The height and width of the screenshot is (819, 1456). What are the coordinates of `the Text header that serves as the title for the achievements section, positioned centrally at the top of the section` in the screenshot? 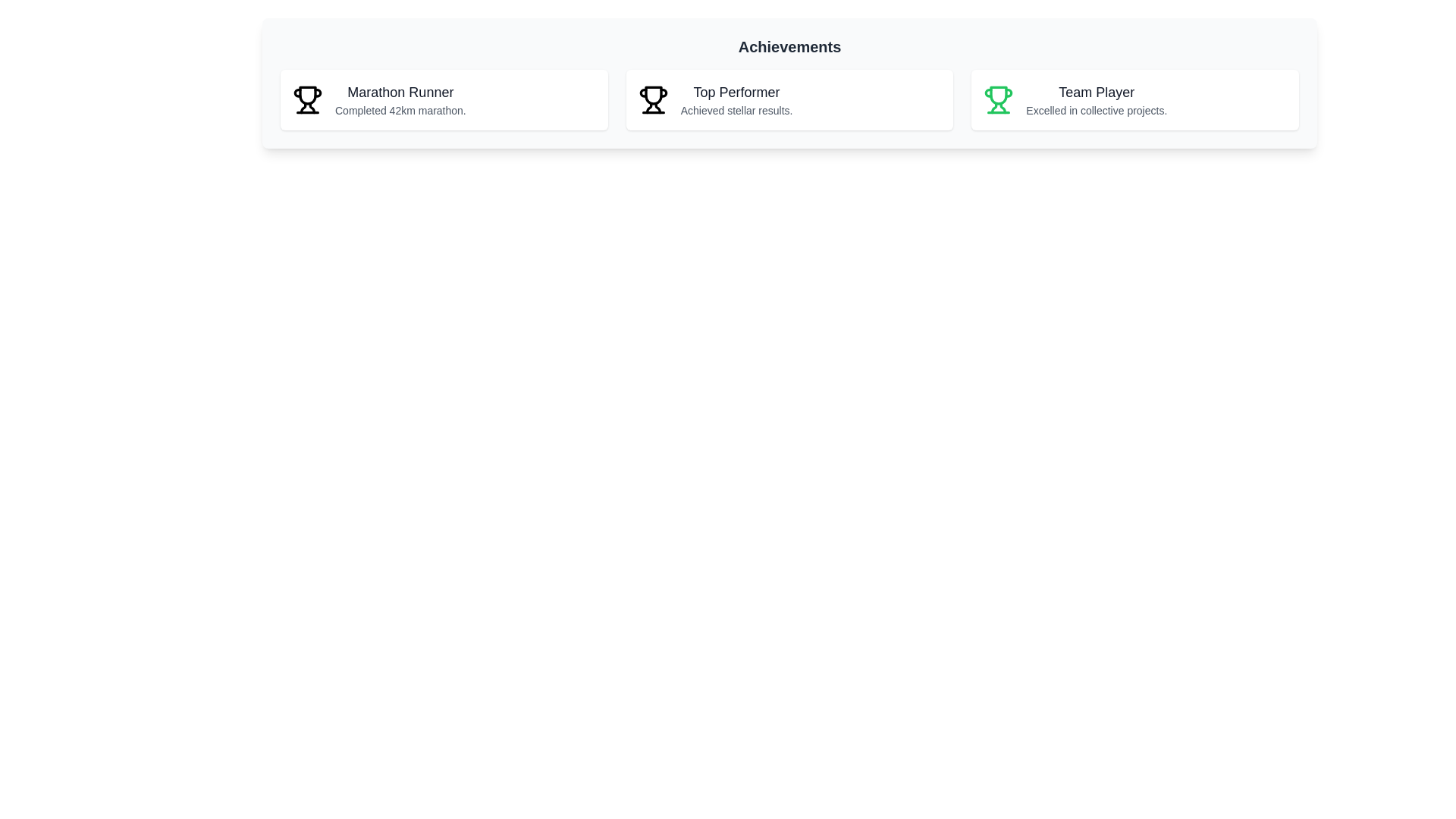 It's located at (789, 45).